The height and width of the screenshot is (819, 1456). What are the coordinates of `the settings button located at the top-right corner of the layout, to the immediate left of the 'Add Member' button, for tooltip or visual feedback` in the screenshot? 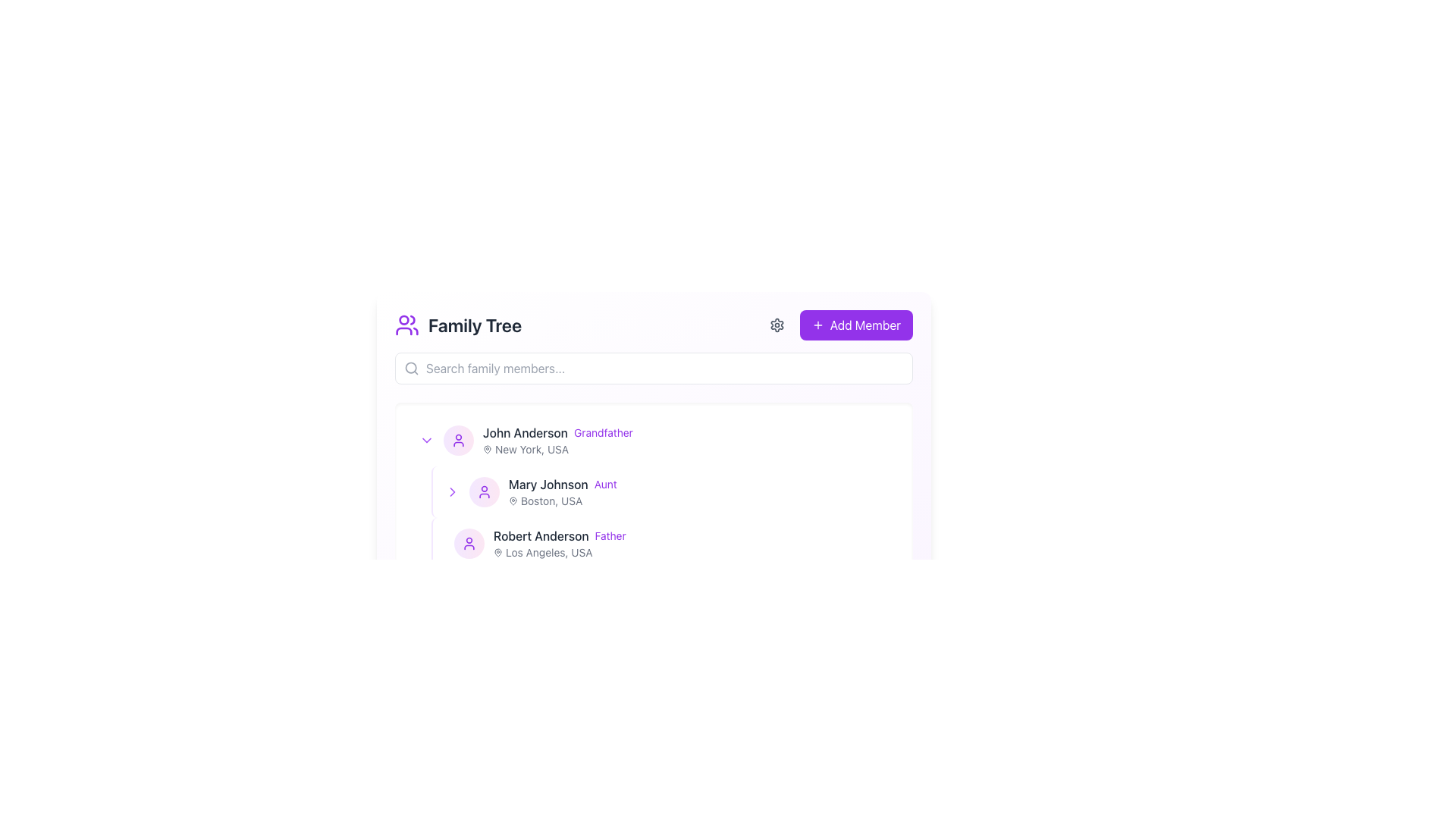 It's located at (777, 324).